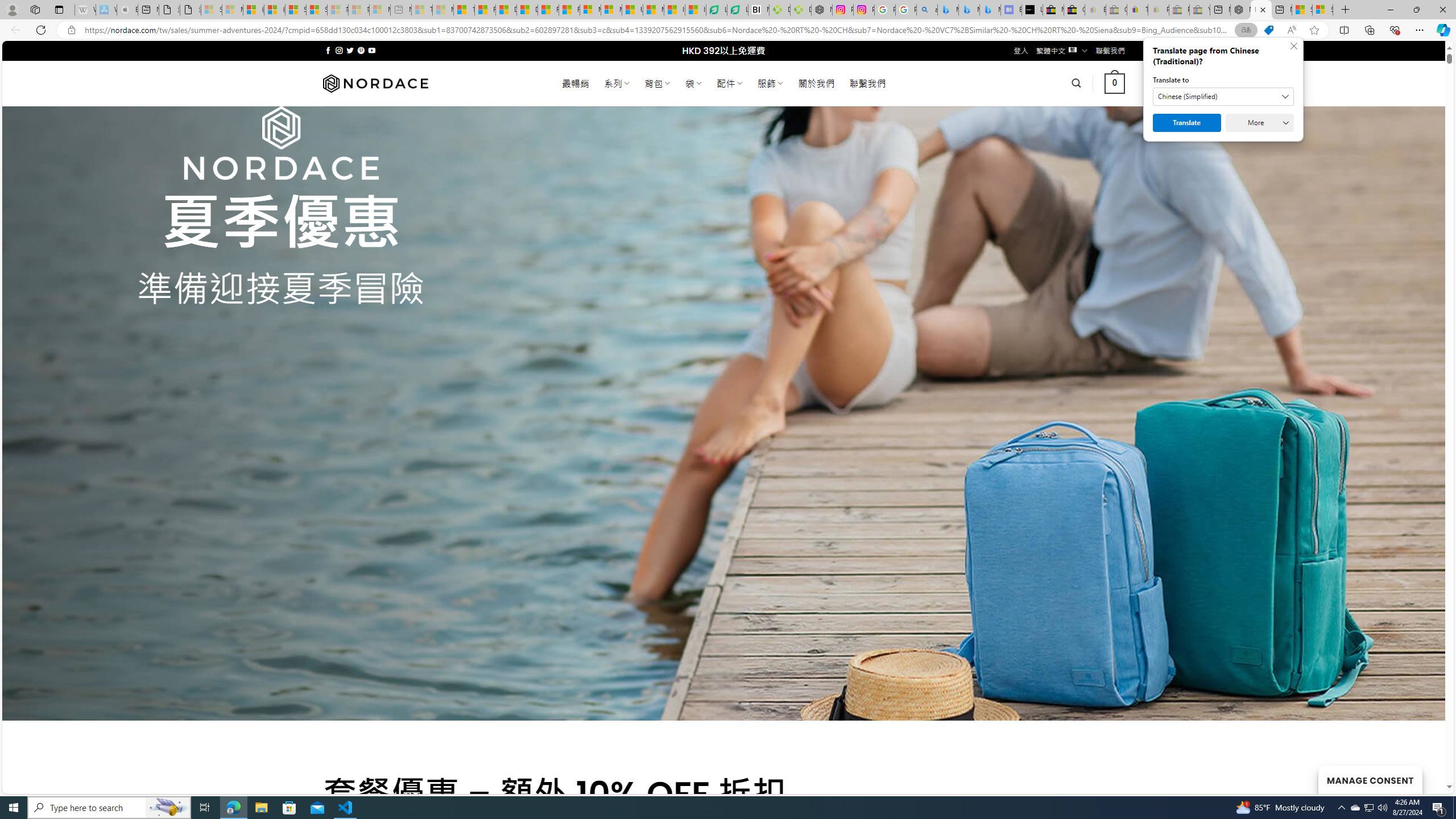  I want to click on 'Follow on Instagram', so click(338, 50).